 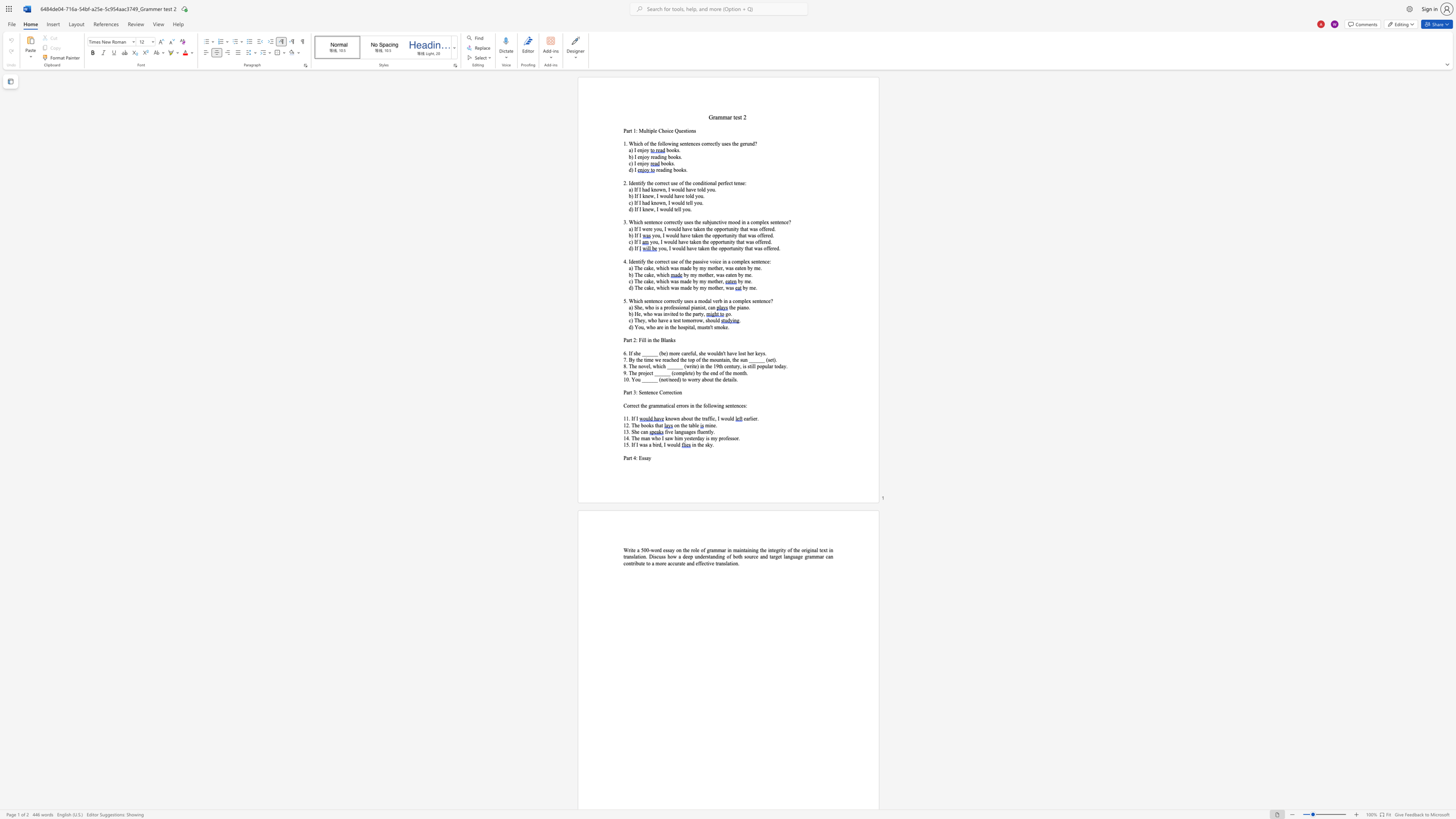 I want to click on the subset text "plex sen" within the text "3. Which sentence correctly uses the subjunctive mood in a complex sentence?", so click(x=760, y=222).